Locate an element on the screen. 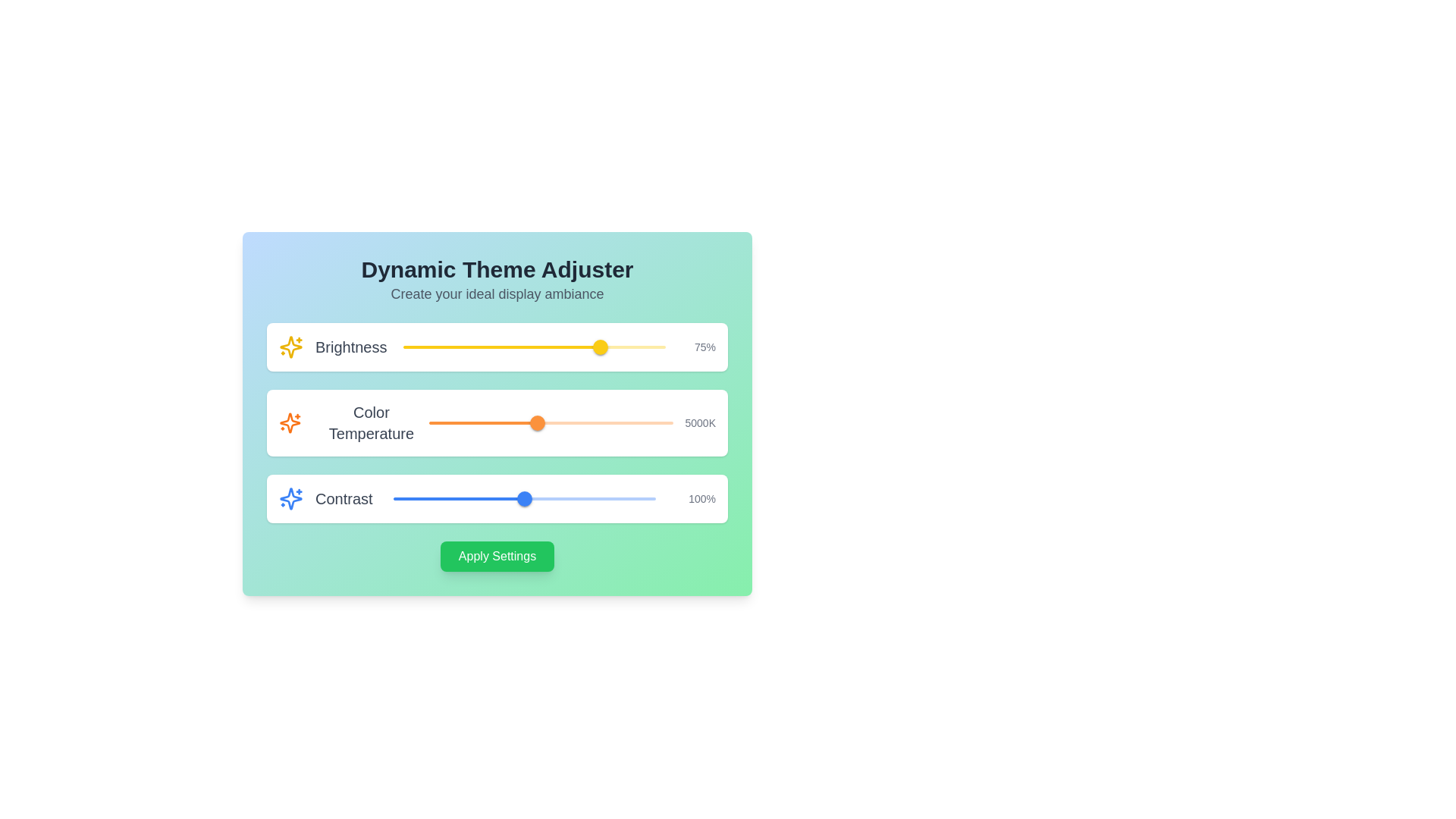 Image resolution: width=1456 pixels, height=819 pixels. the contrast level is located at coordinates (608, 499).